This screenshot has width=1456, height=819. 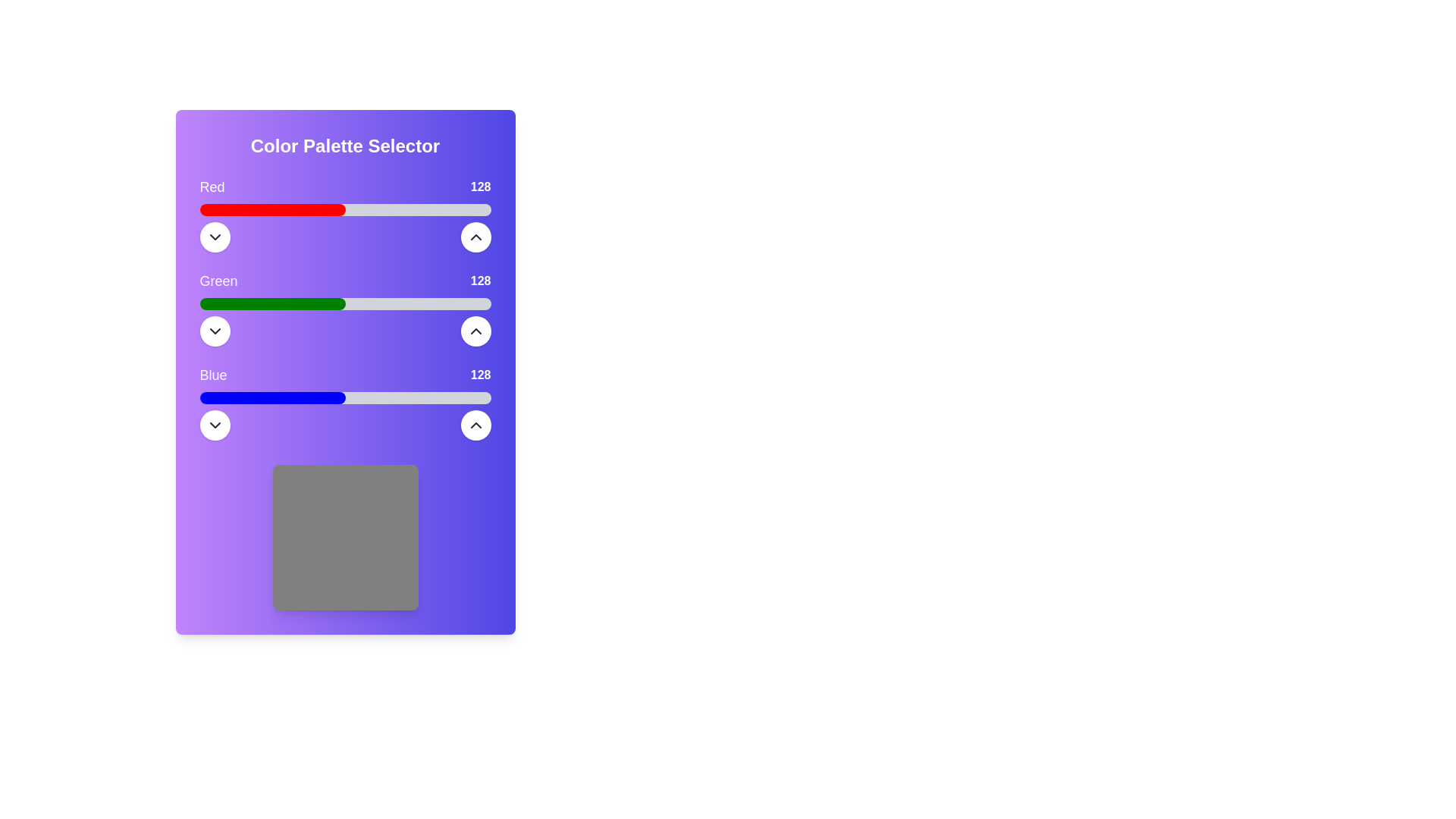 I want to click on the horizontal progress bar located below the text 'Red128', which is the first in a set of three, featuring a light gray background with a red-filled portion indicating progress, so click(x=344, y=210).